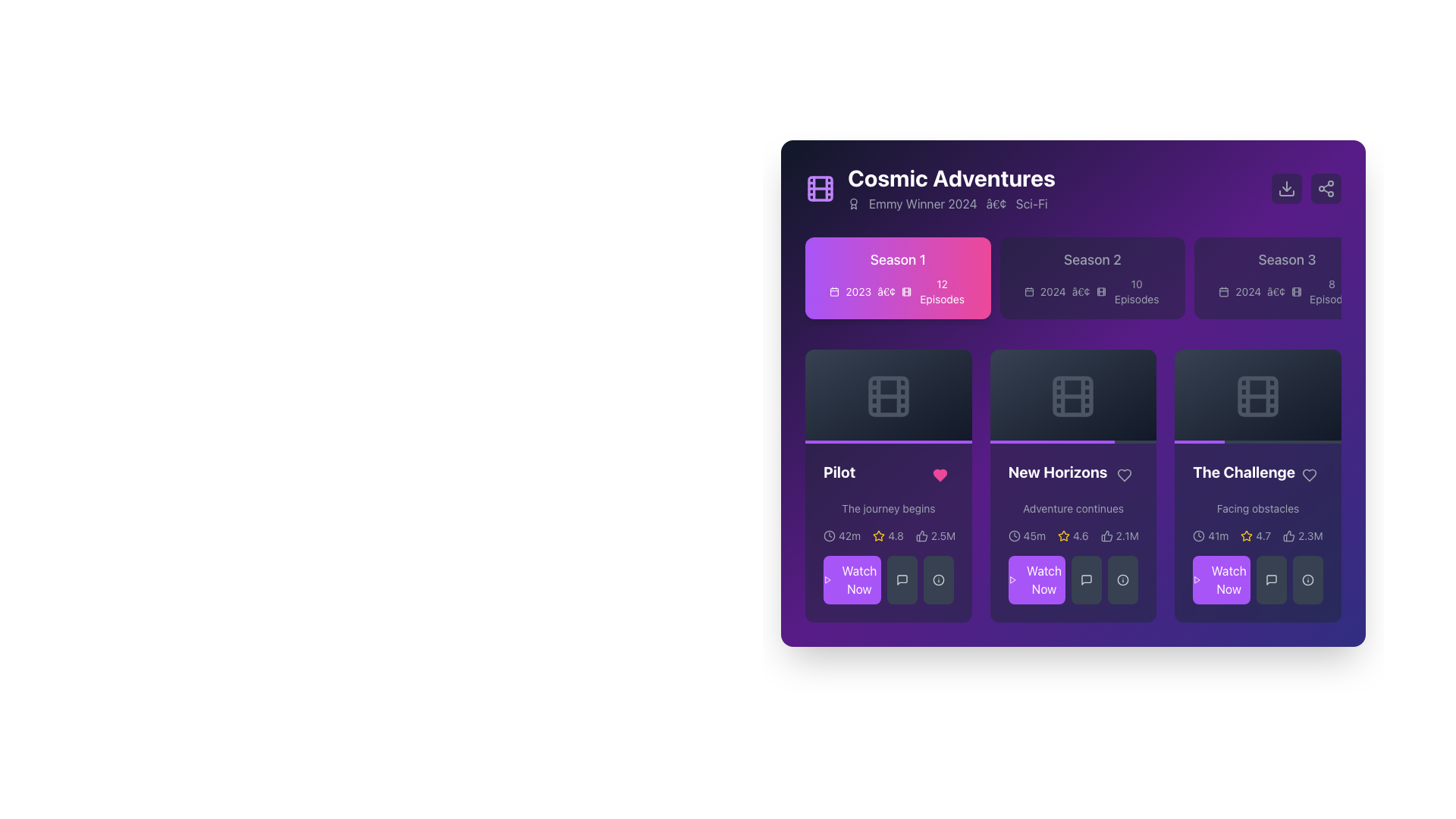  I want to click on the text label displaying 'Cosmic Adventures', which is prominently placed at the center-top of the right panel, above the 'Emmy Winner 2024 • Sci-Fi' label, so click(950, 177).